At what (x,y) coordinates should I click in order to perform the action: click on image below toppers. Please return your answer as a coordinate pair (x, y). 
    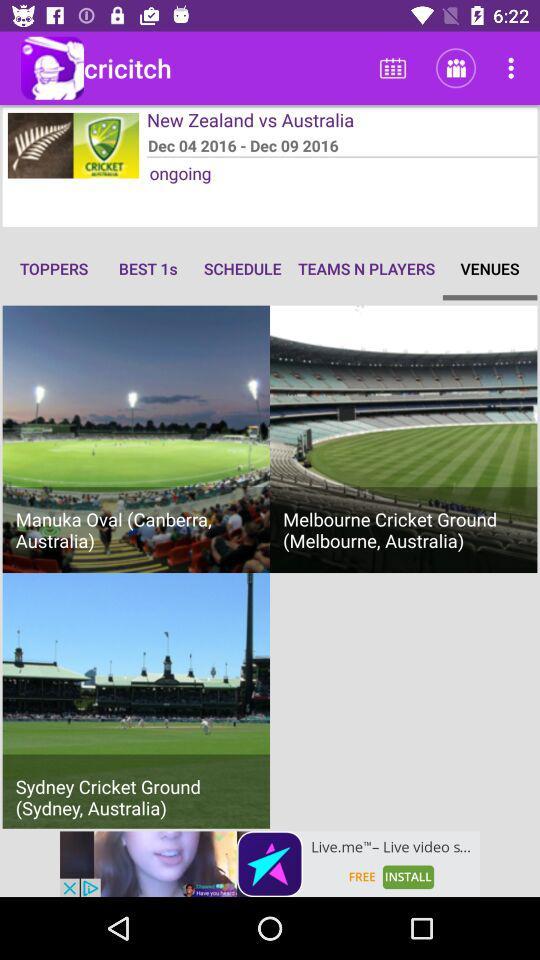
    Looking at the image, I should click on (135, 439).